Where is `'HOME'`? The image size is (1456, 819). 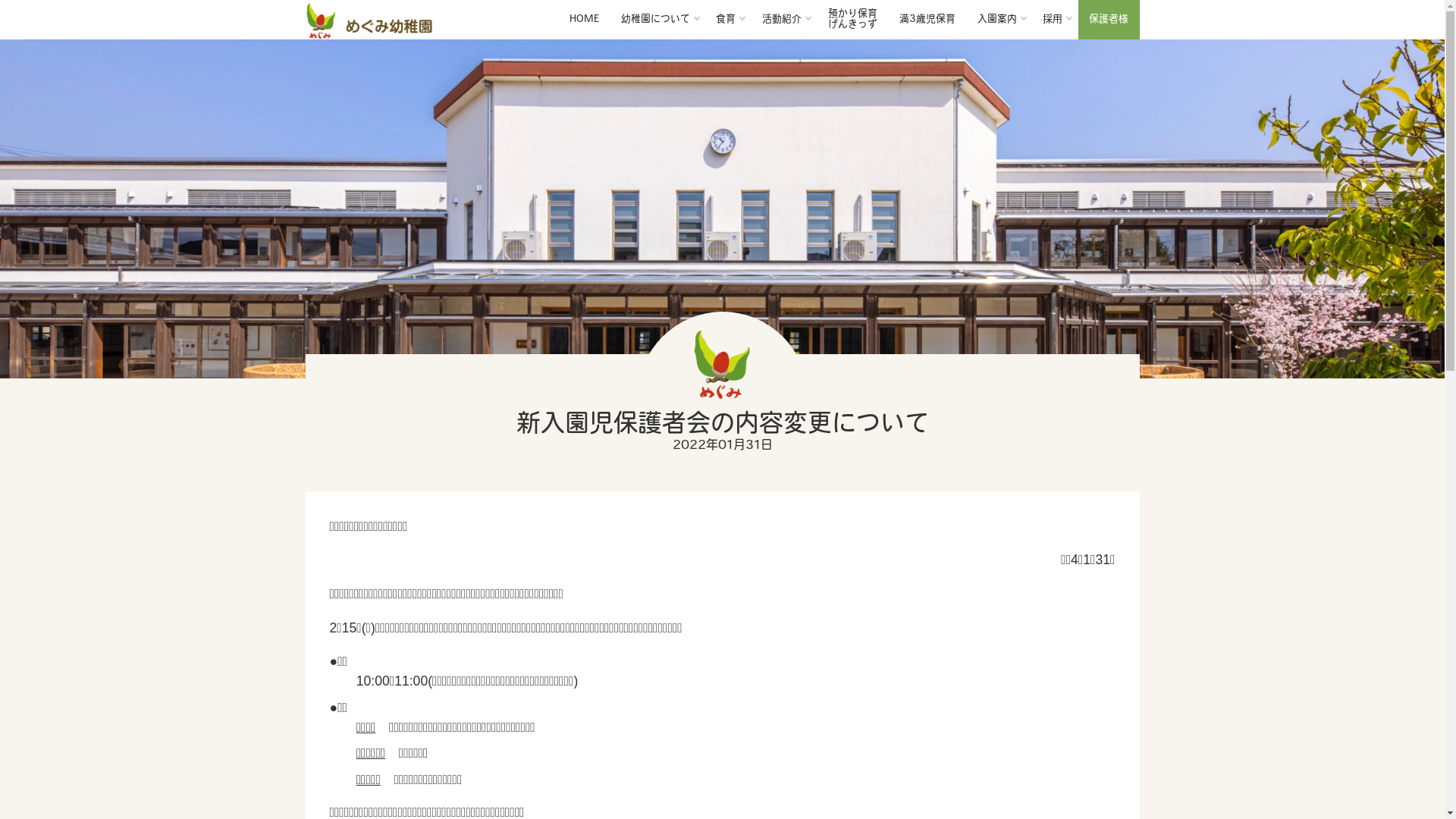
'HOME' is located at coordinates (582, 20).